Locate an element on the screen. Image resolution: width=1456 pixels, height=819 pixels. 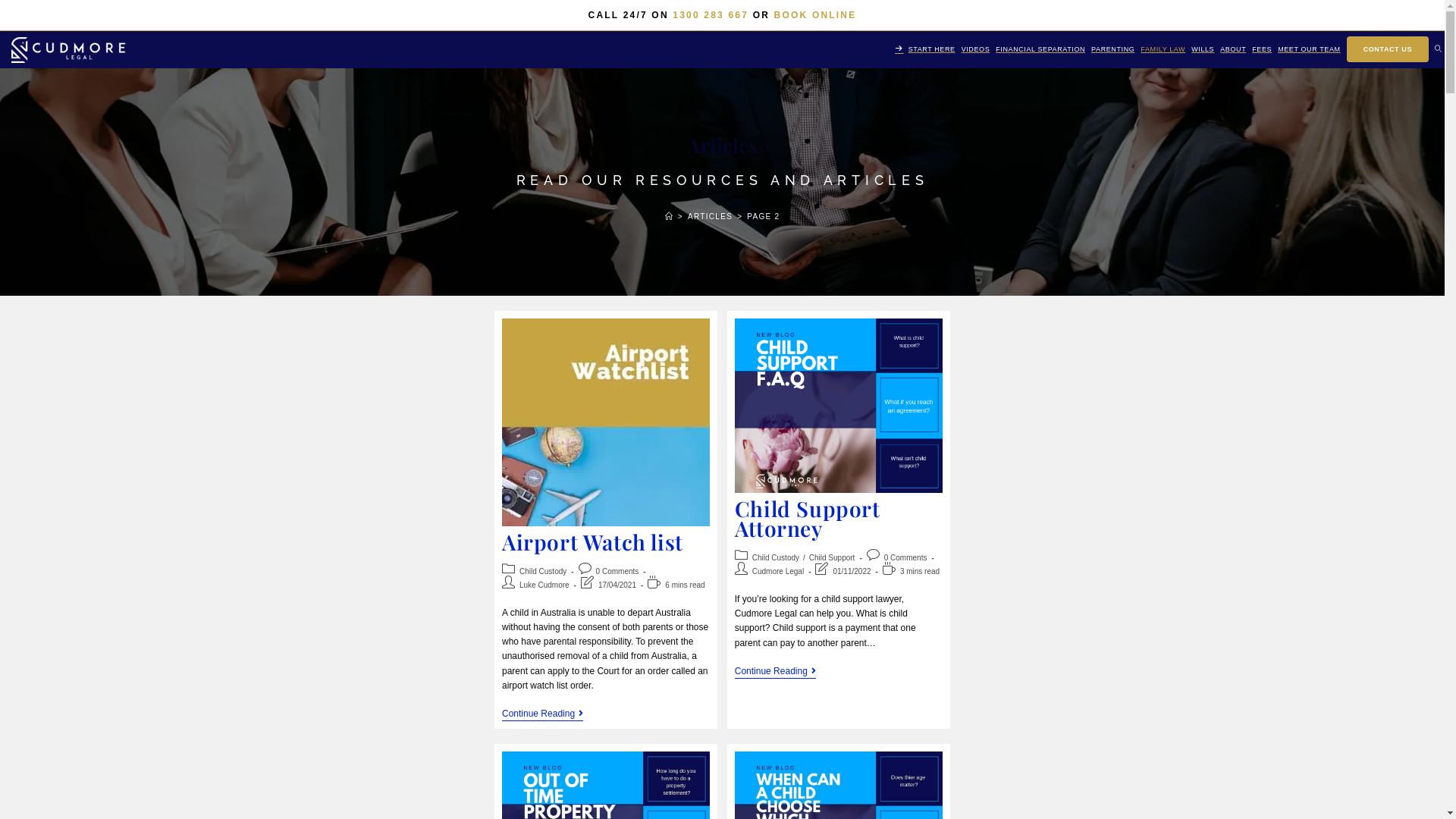
'Airport Watch list' is located at coordinates (591, 541).